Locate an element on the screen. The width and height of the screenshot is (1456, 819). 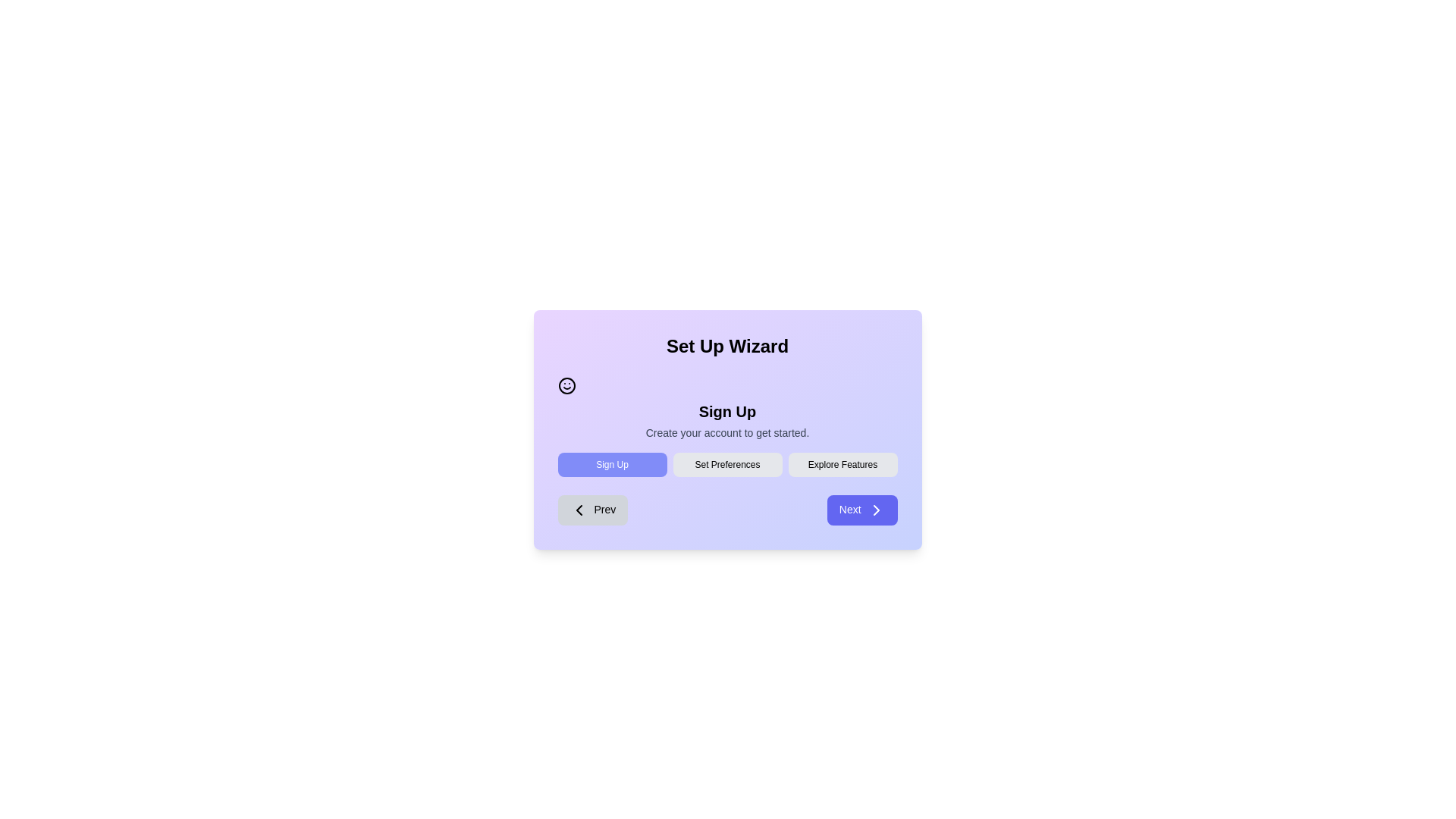
the leftmost button labeled 'Sign Up' to proceed to the next step in creating an account is located at coordinates (612, 464).